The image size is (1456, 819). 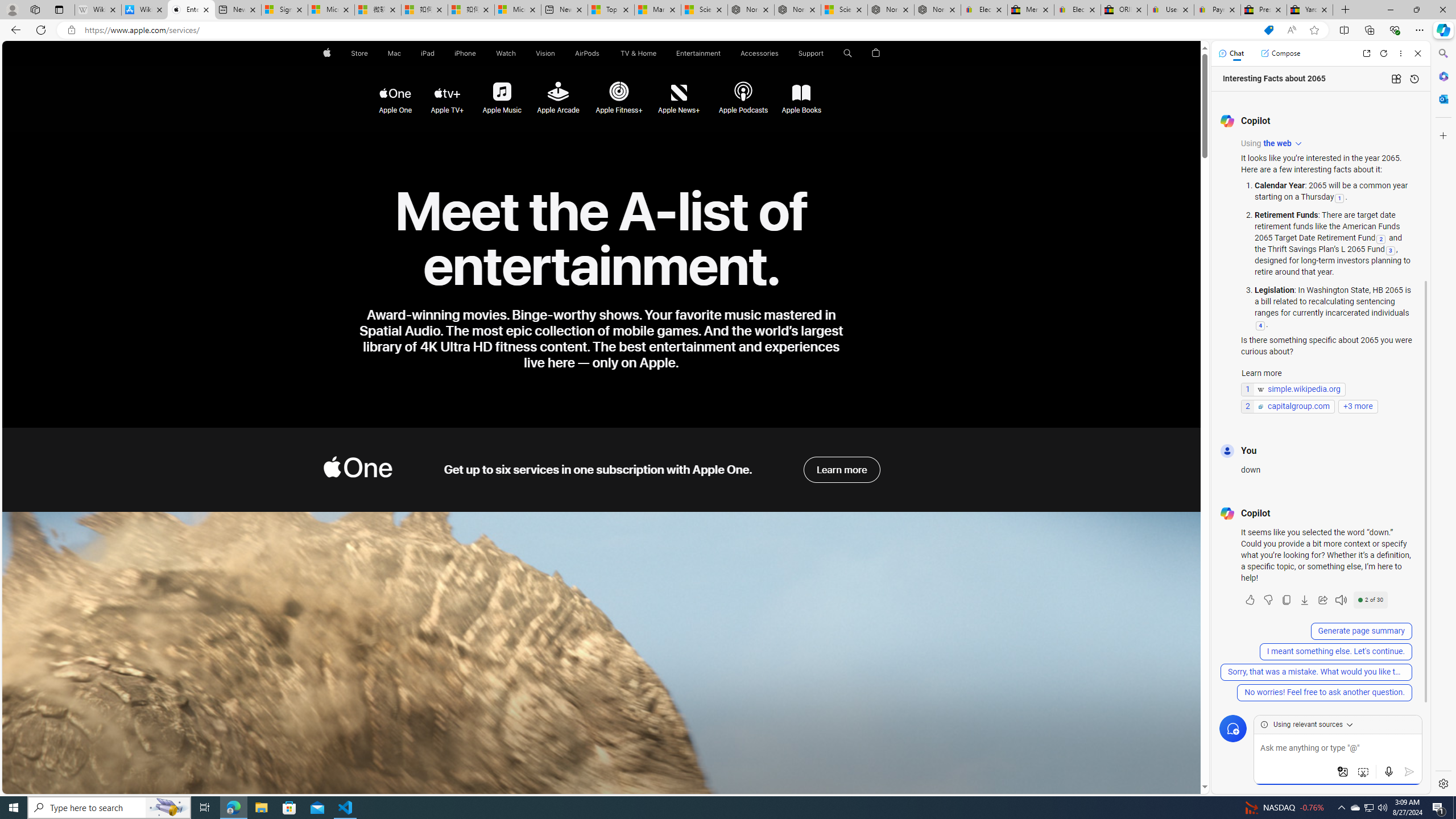 What do you see at coordinates (679, 92) in the screenshot?
I see `'Apple News+'` at bounding box center [679, 92].